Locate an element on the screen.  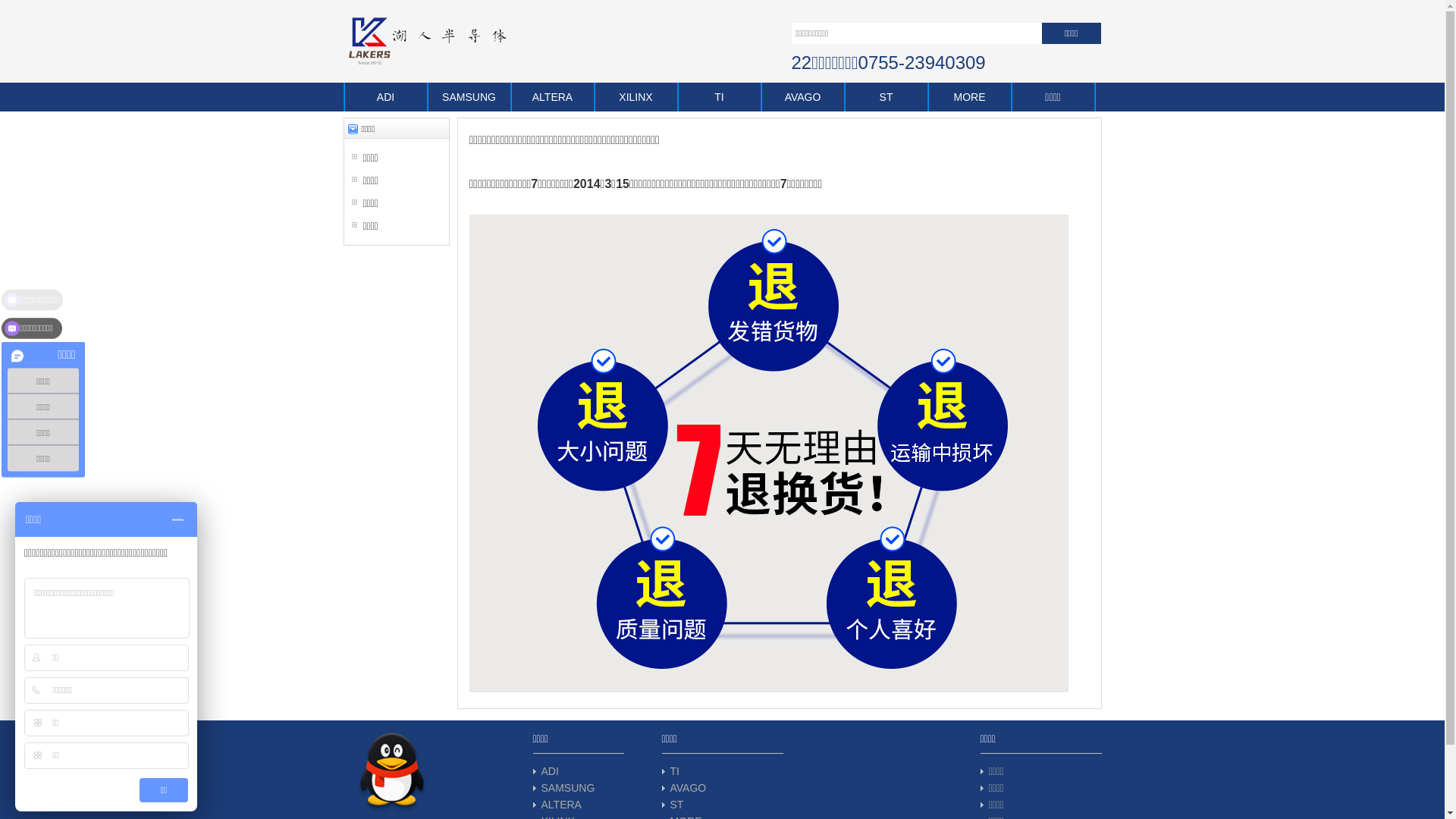
'TI' is located at coordinates (673, 771).